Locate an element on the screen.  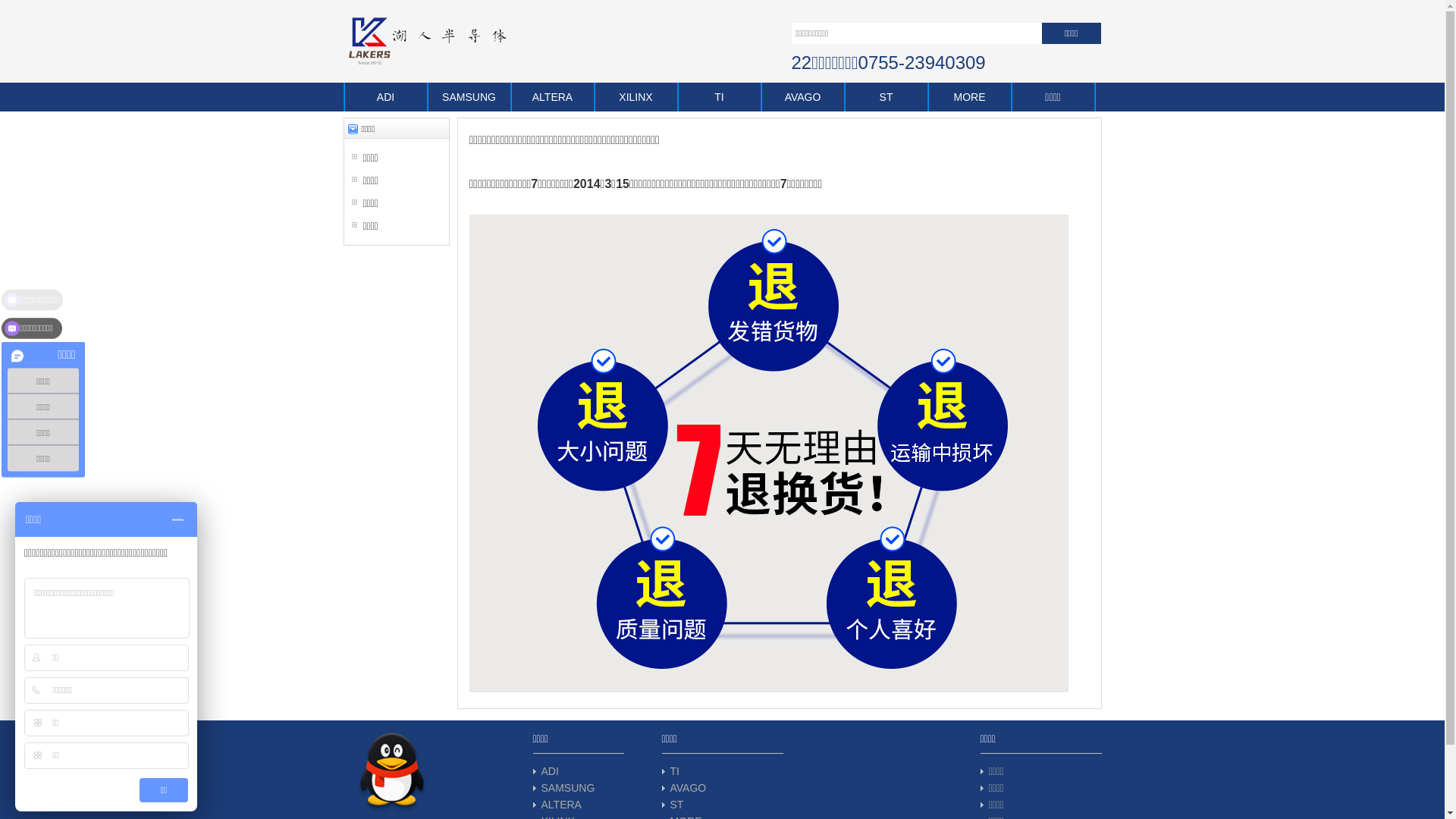
'TI' is located at coordinates (673, 771).